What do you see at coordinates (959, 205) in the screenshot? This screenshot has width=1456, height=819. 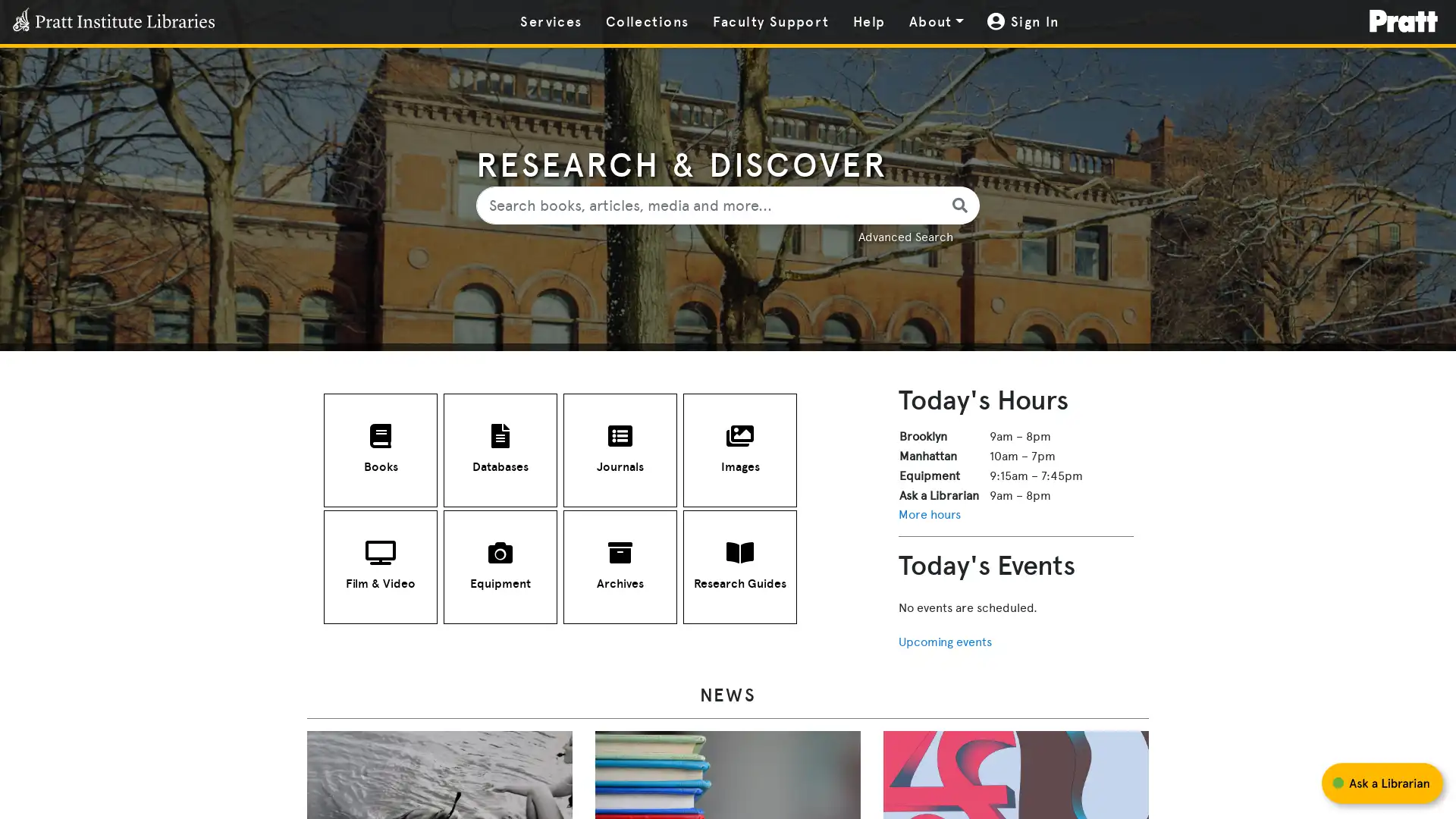 I see `library search` at bounding box center [959, 205].